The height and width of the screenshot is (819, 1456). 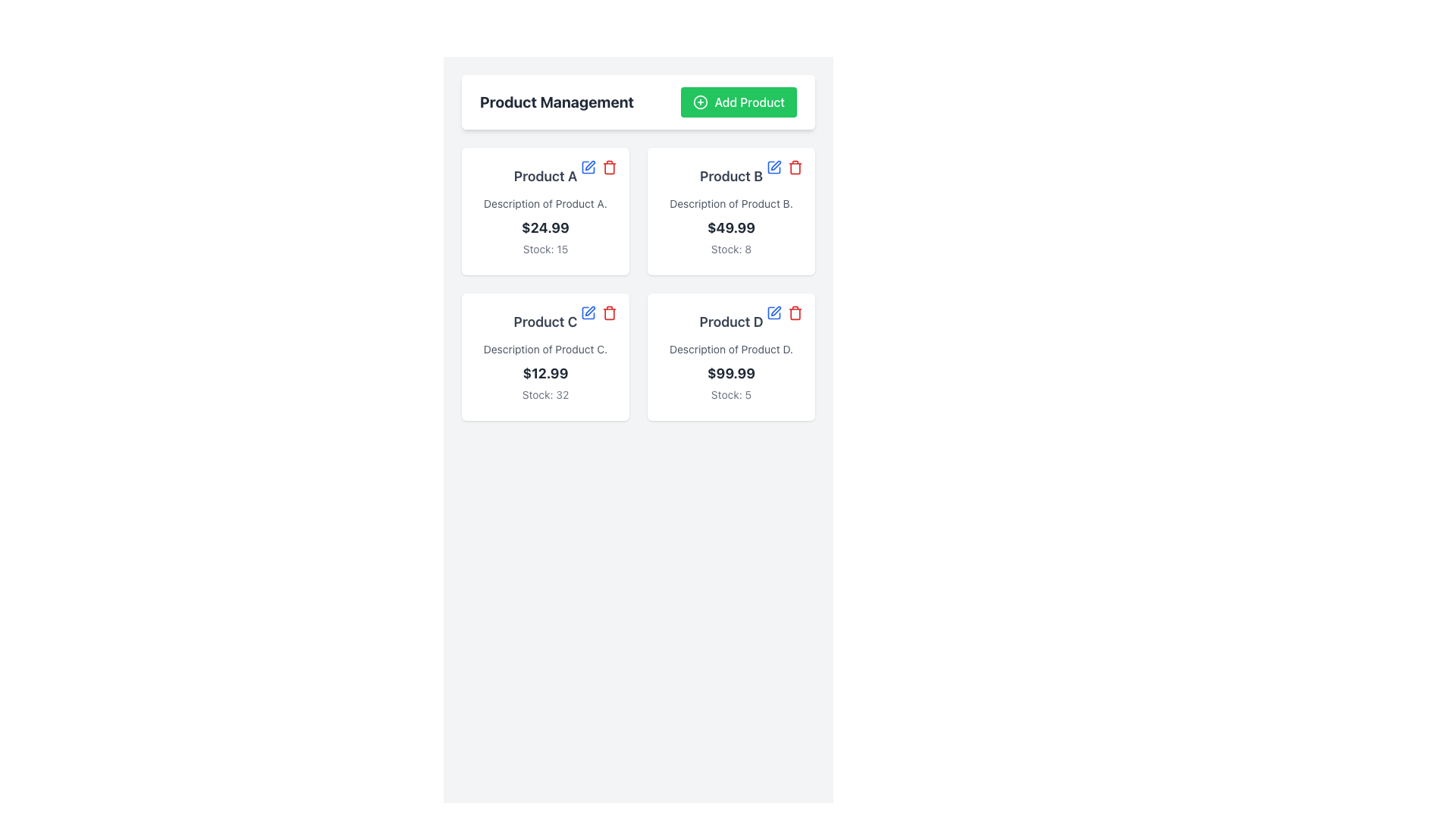 I want to click on the Text Display element that reads 'Description of Product C.' located under the heading 'Product C', so click(x=545, y=350).